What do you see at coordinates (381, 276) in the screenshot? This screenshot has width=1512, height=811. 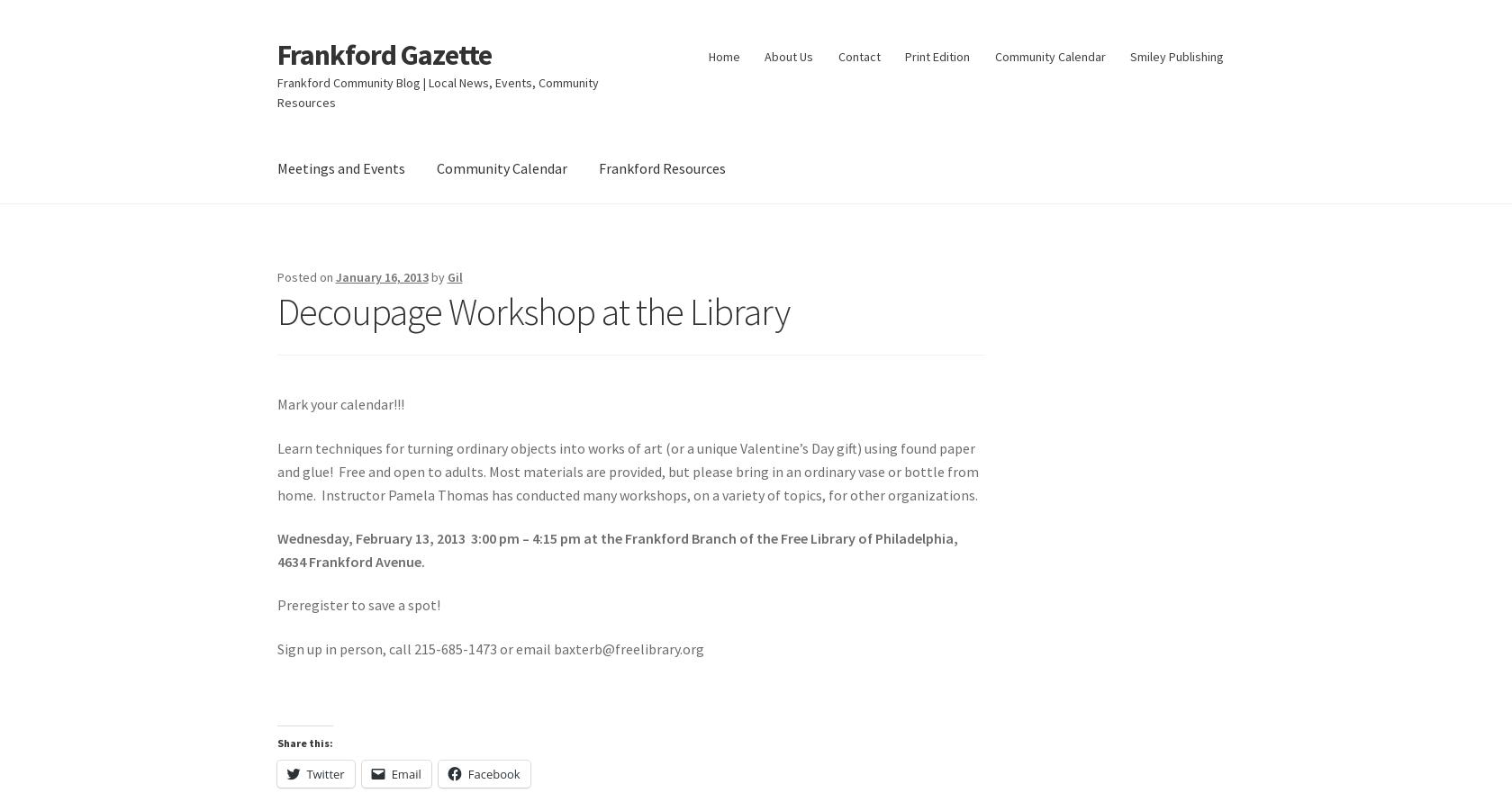 I see `'January 16, 2013'` at bounding box center [381, 276].